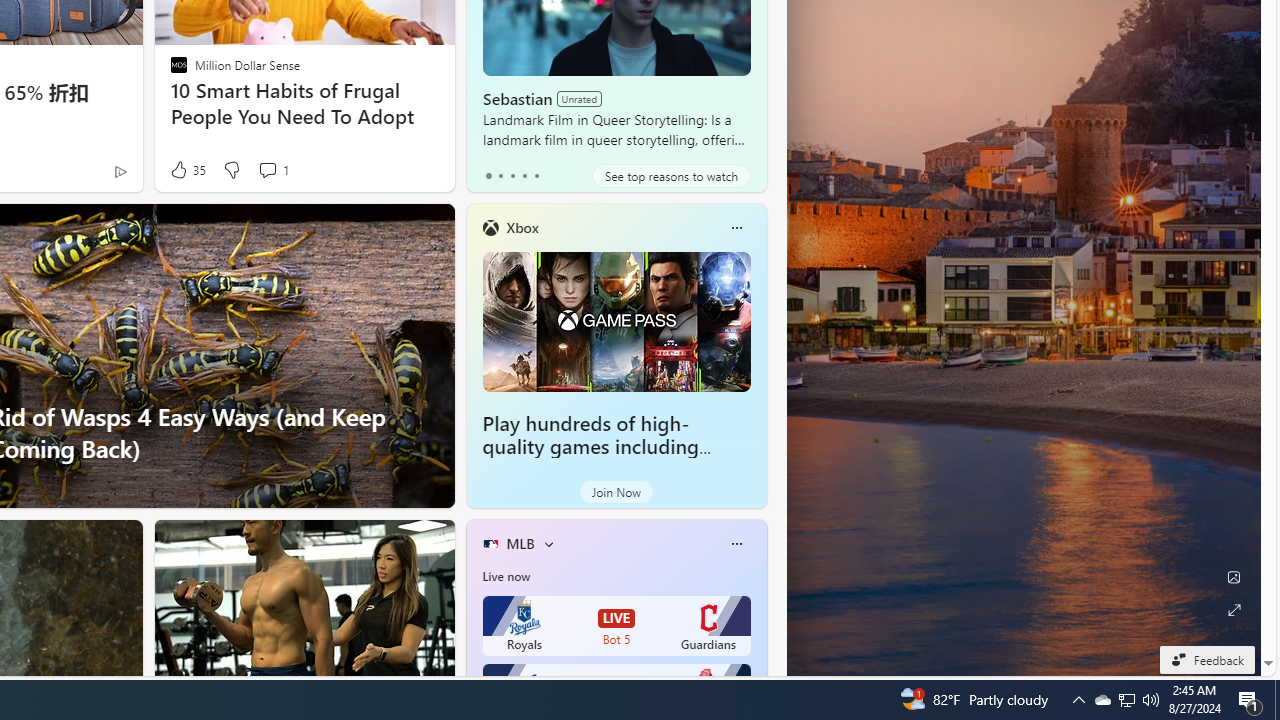 Image resolution: width=1280 pixels, height=720 pixels. Describe the element at coordinates (520, 543) in the screenshot. I see `'MLB'` at that location.